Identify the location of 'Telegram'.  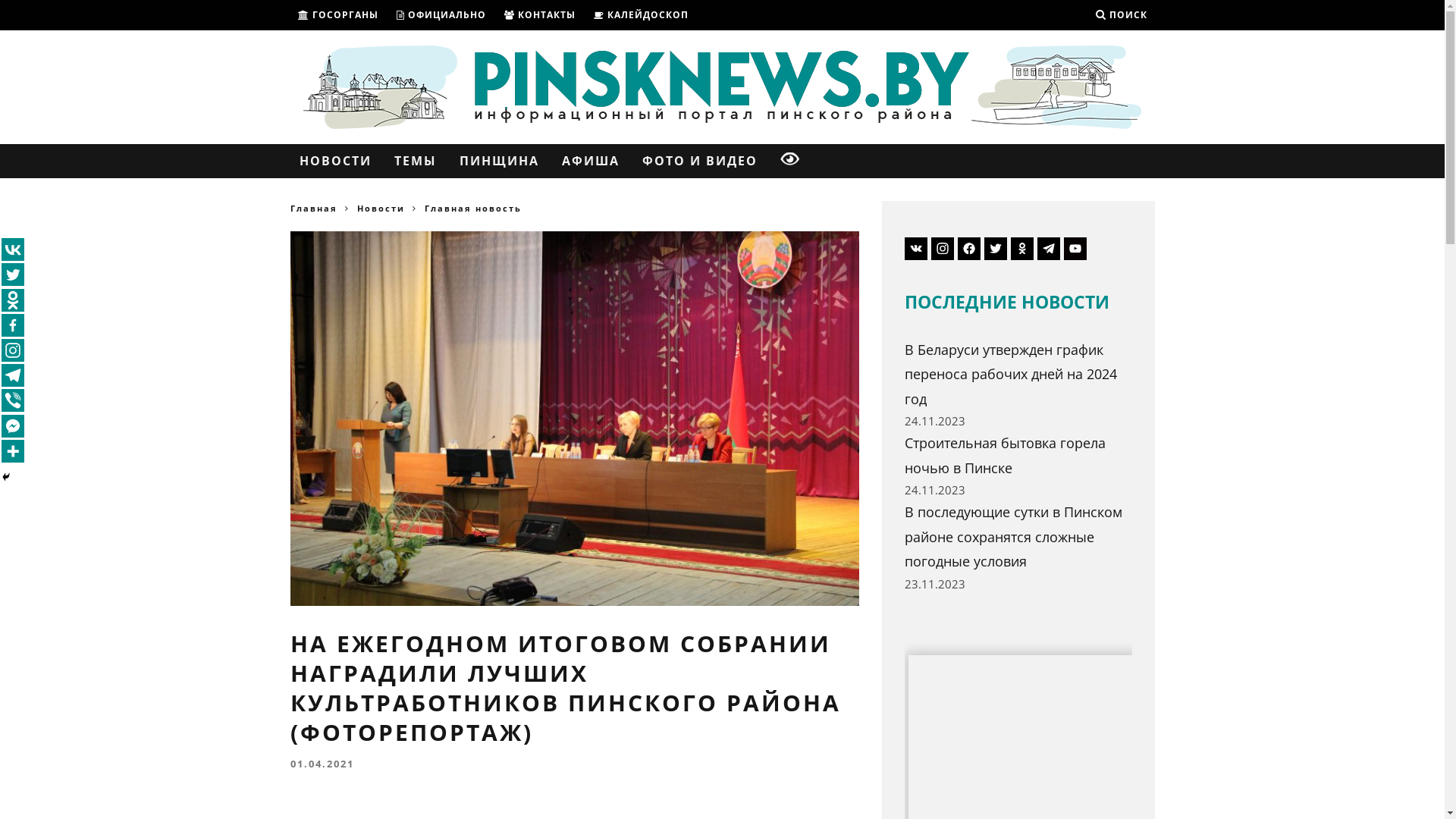
(13, 375).